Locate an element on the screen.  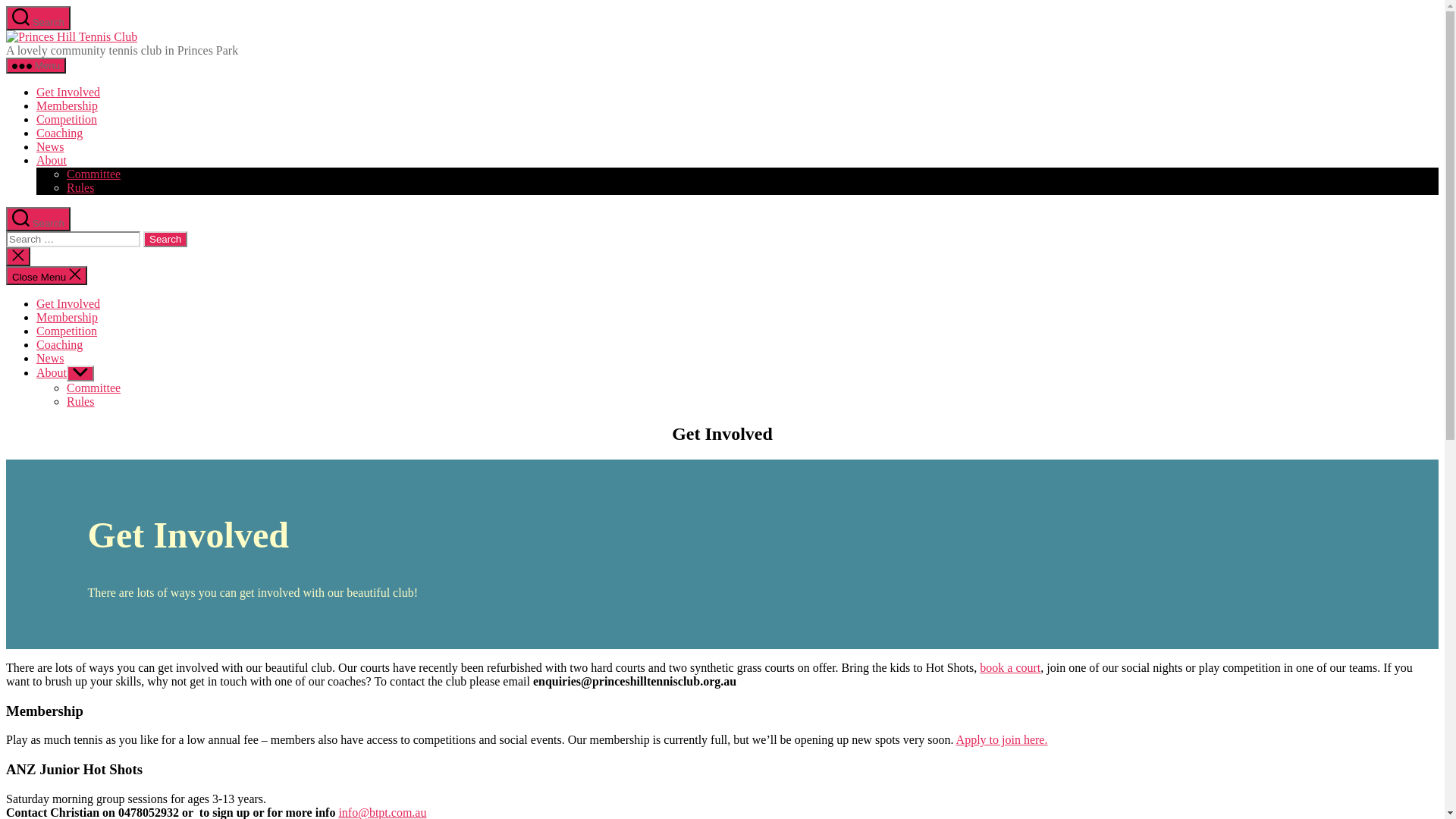
'Committee' is located at coordinates (93, 173).